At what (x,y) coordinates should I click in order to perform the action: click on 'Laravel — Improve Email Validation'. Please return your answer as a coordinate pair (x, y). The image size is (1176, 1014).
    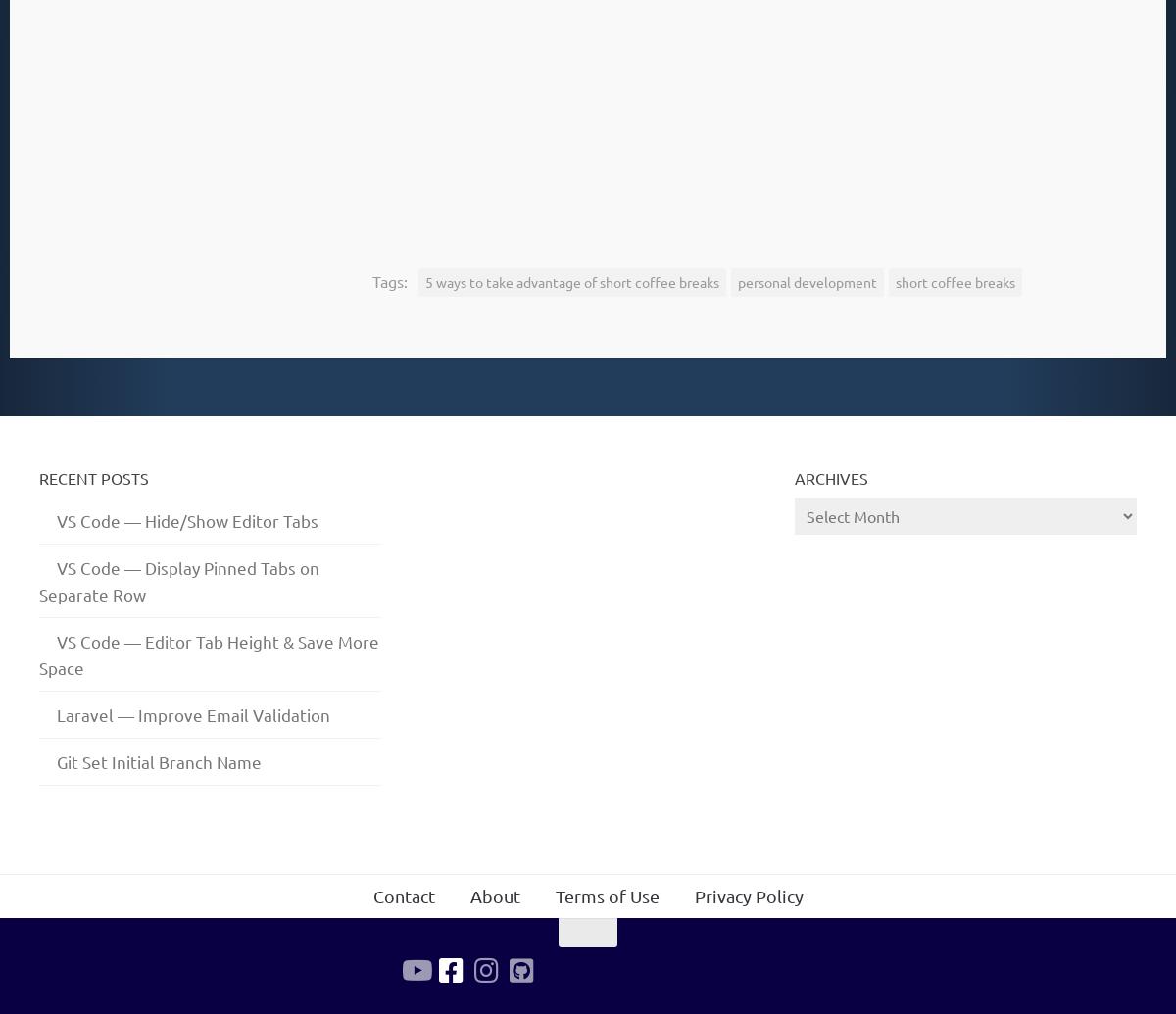
    Looking at the image, I should click on (192, 713).